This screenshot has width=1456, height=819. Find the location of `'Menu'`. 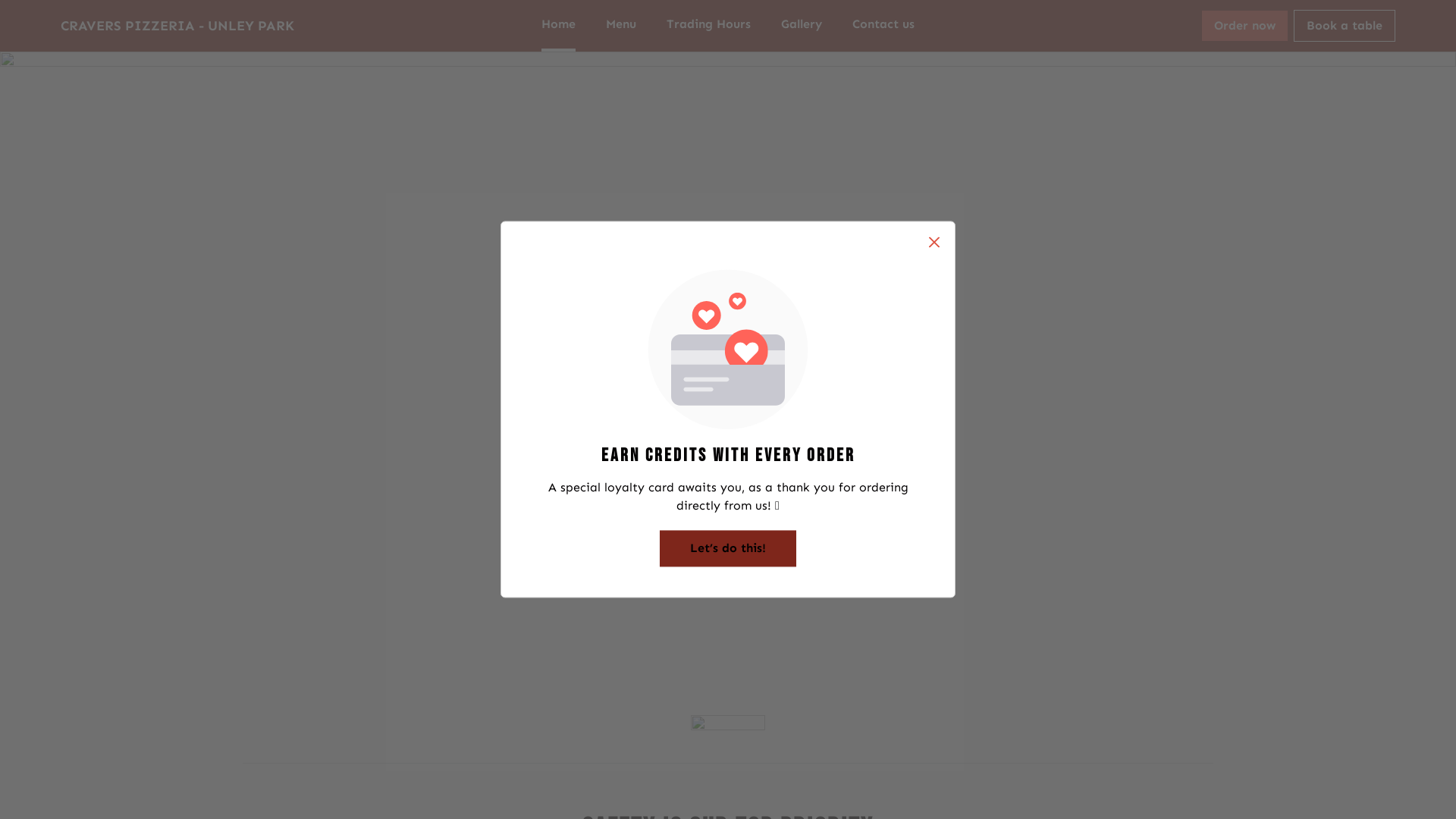

'Menu' is located at coordinates (621, 26).